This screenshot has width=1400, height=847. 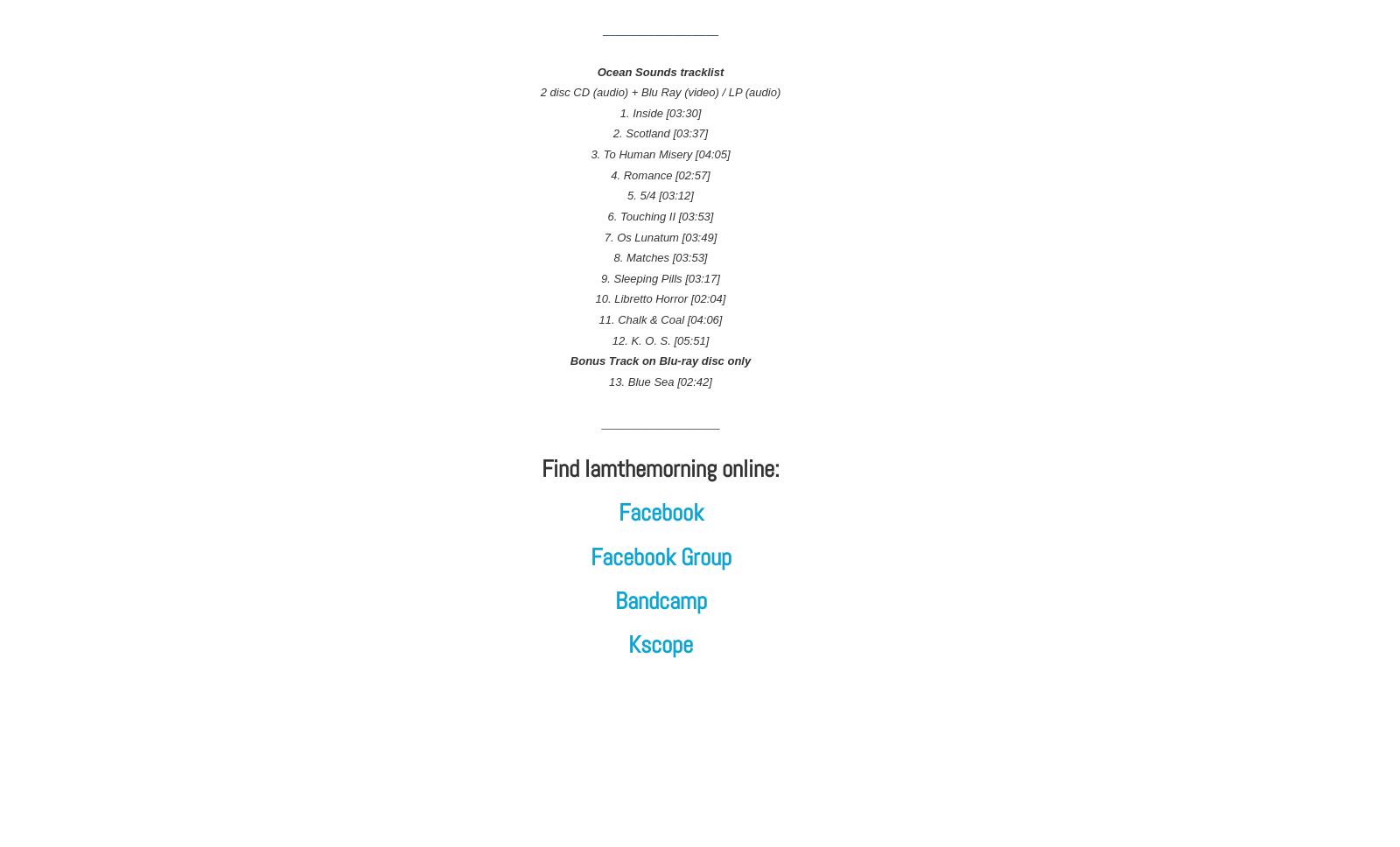 I want to click on '7. Os Lunatum [03:49]', so click(x=604, y=236).